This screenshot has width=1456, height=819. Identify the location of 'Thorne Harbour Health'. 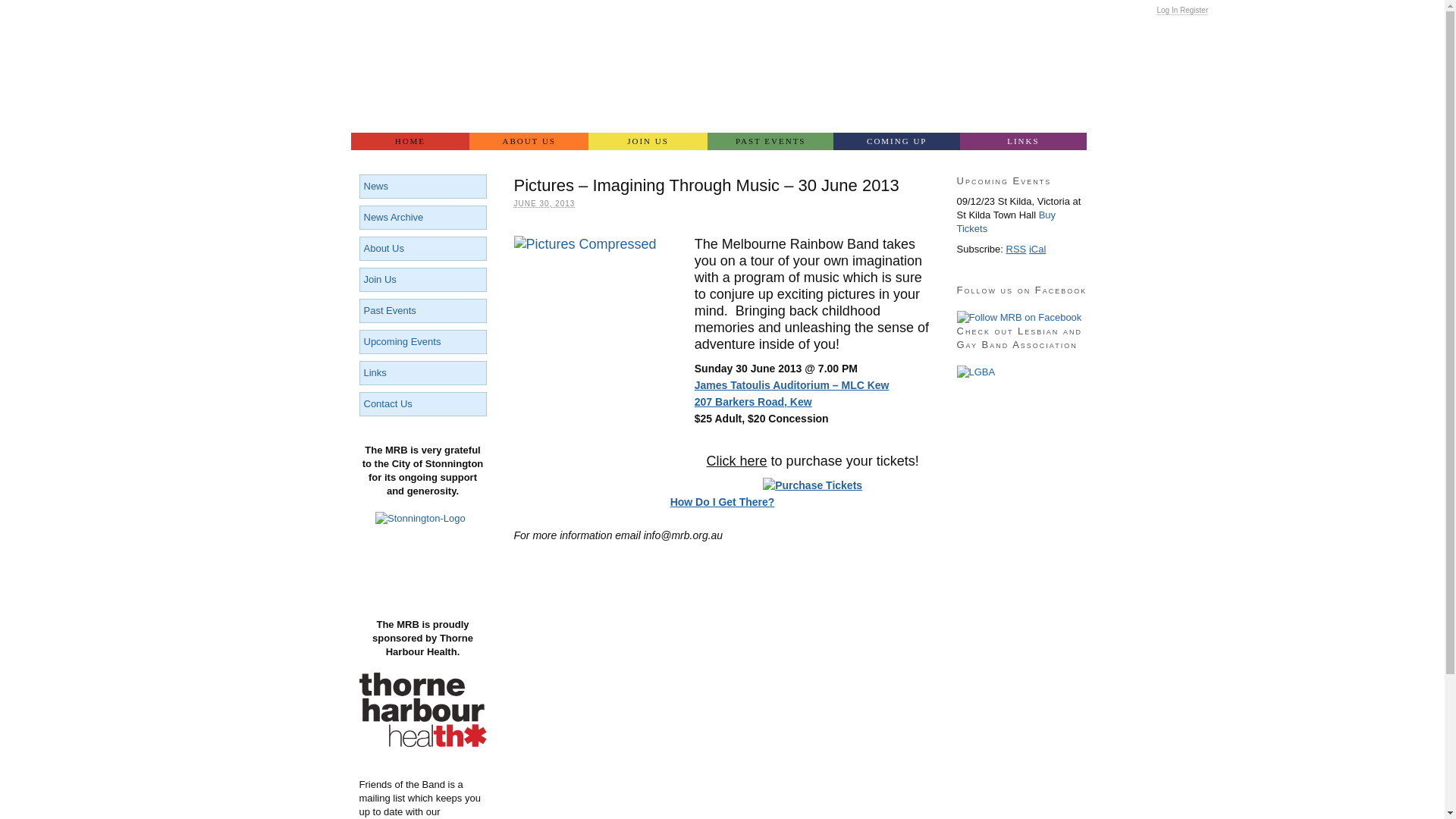
(422, 742).